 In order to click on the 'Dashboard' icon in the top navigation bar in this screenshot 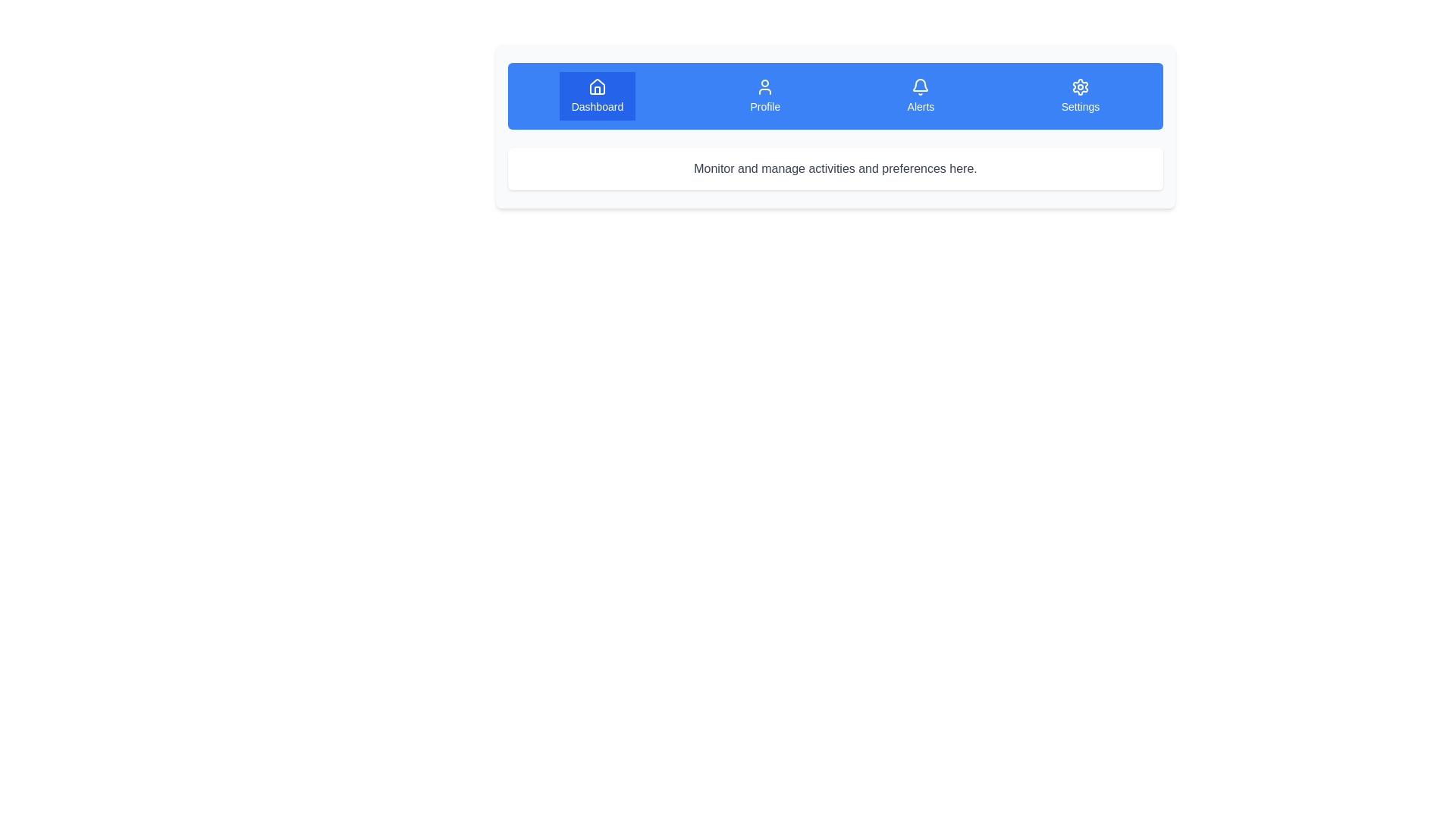, I will do `click(596, 86)`.